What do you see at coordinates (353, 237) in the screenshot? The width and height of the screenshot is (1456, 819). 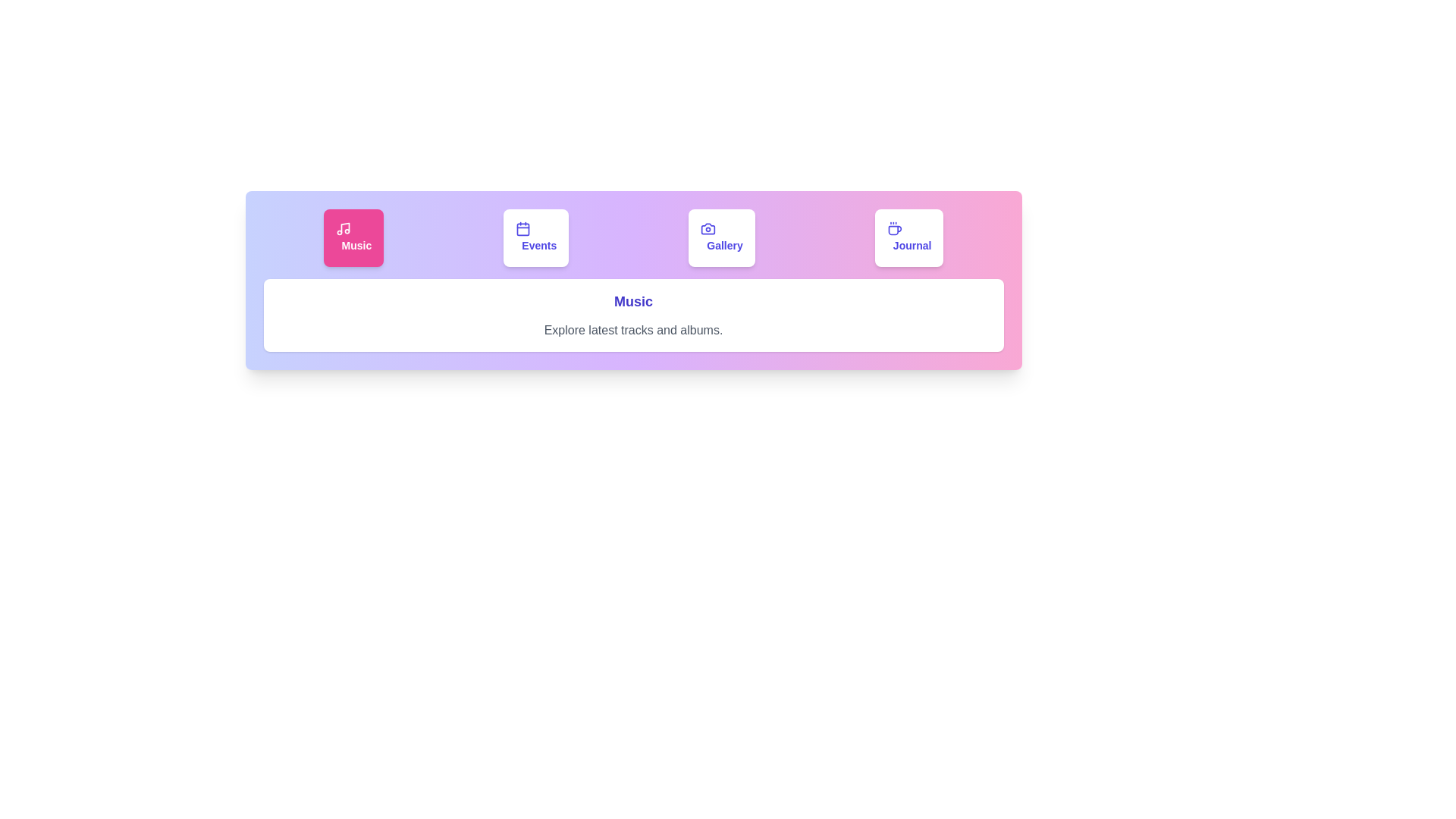 I see `the tab labeled Music to select it` at bounding box center [353, 237].